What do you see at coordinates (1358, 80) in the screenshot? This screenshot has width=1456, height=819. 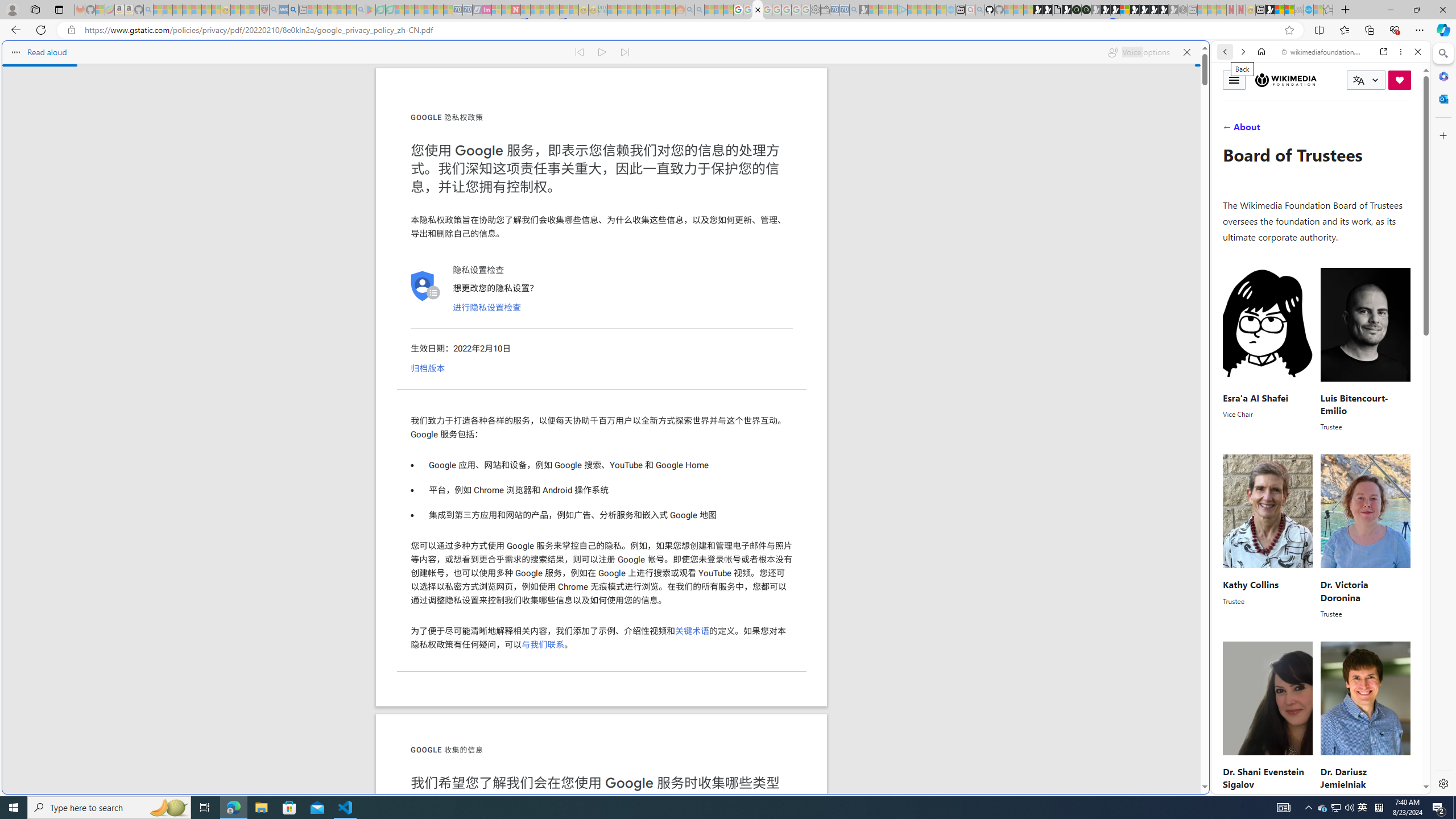 I see `'Class: i icon icon-translate language-switcher__icon'` at bounding box center [1358, 80].